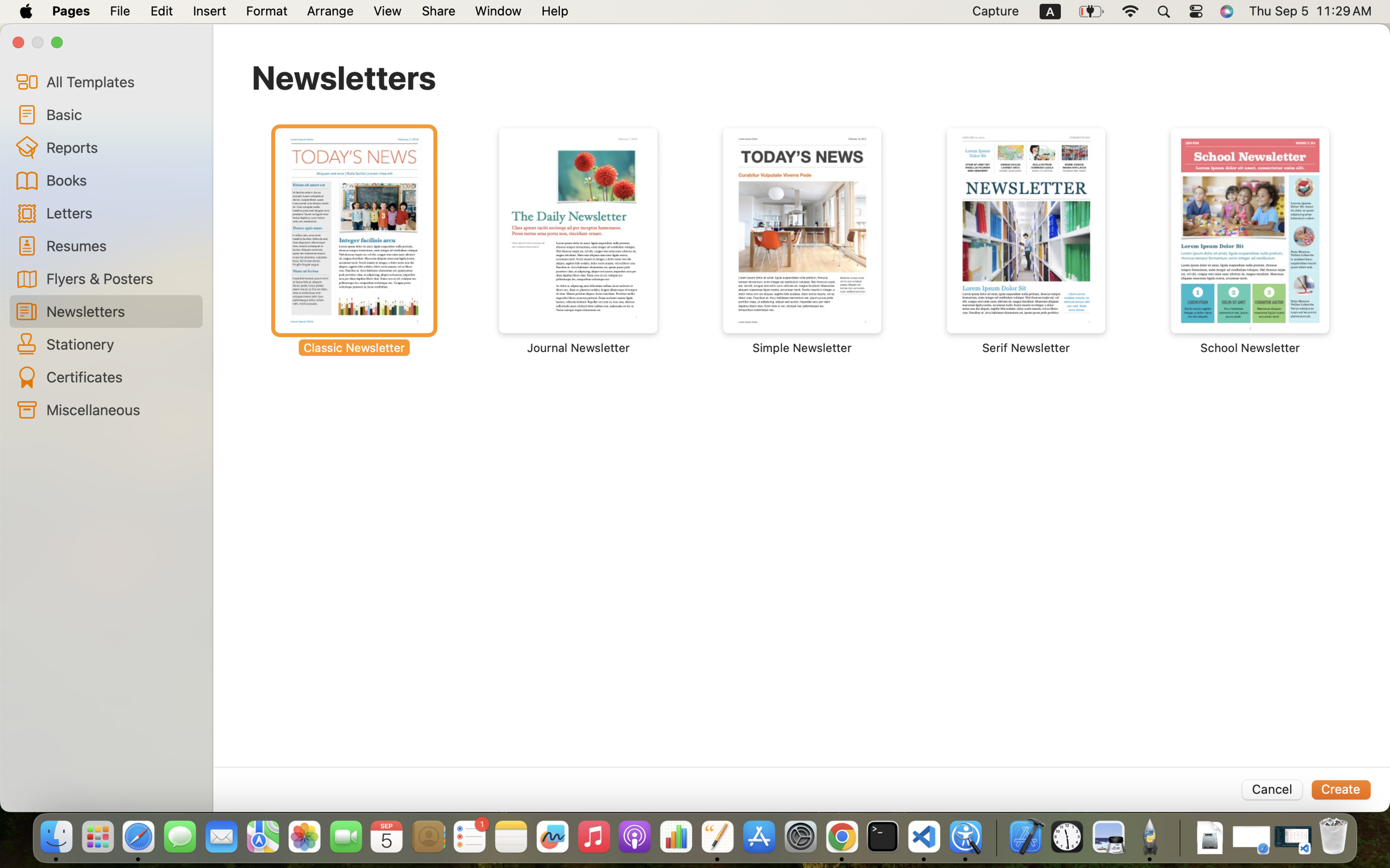  Describe the element at coordinates (802, 241) in the screenshot. I see `'‎⁨Simple Newsletter⁩'` at that location.